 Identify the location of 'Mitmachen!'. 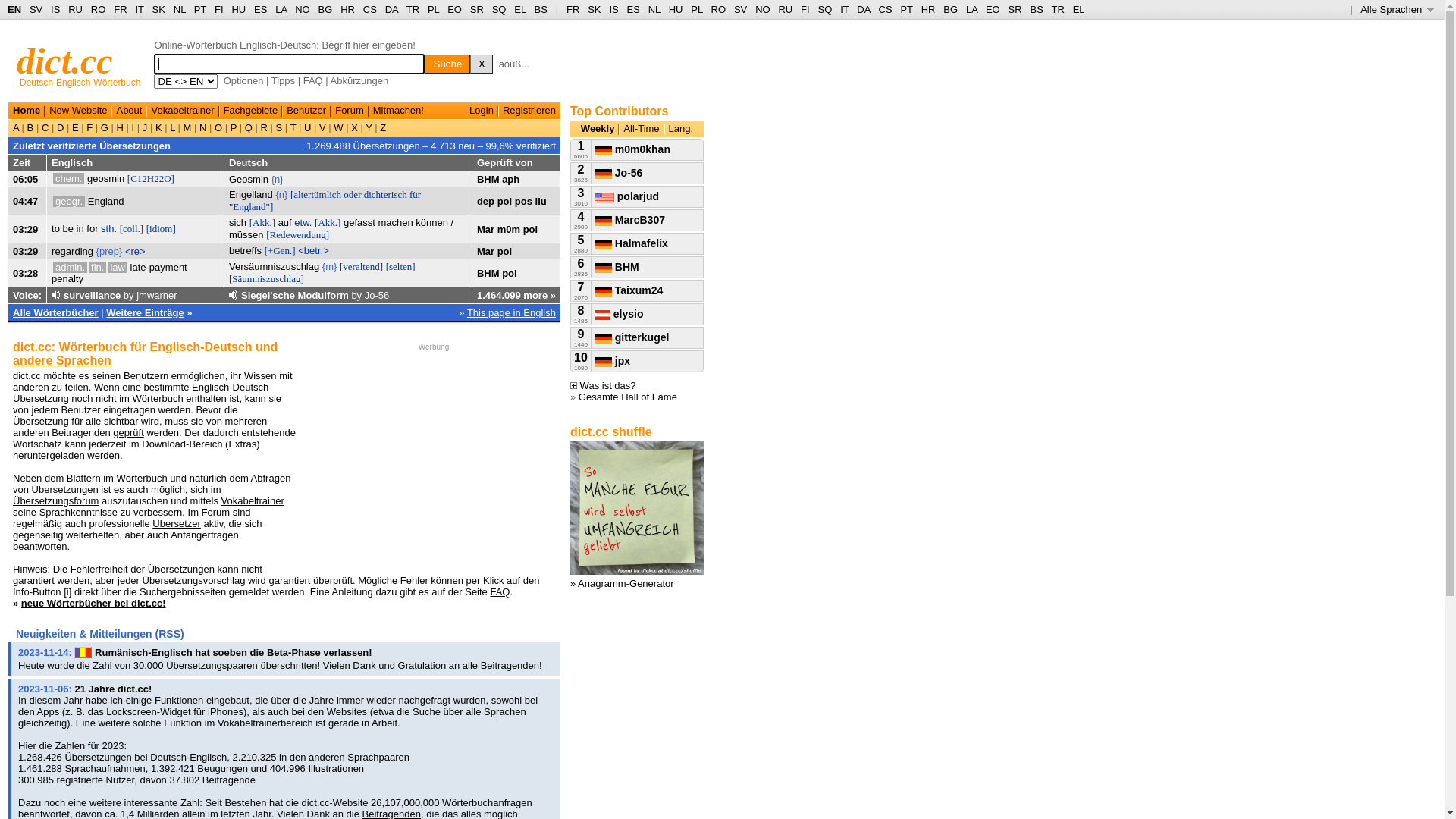
(398, 109).